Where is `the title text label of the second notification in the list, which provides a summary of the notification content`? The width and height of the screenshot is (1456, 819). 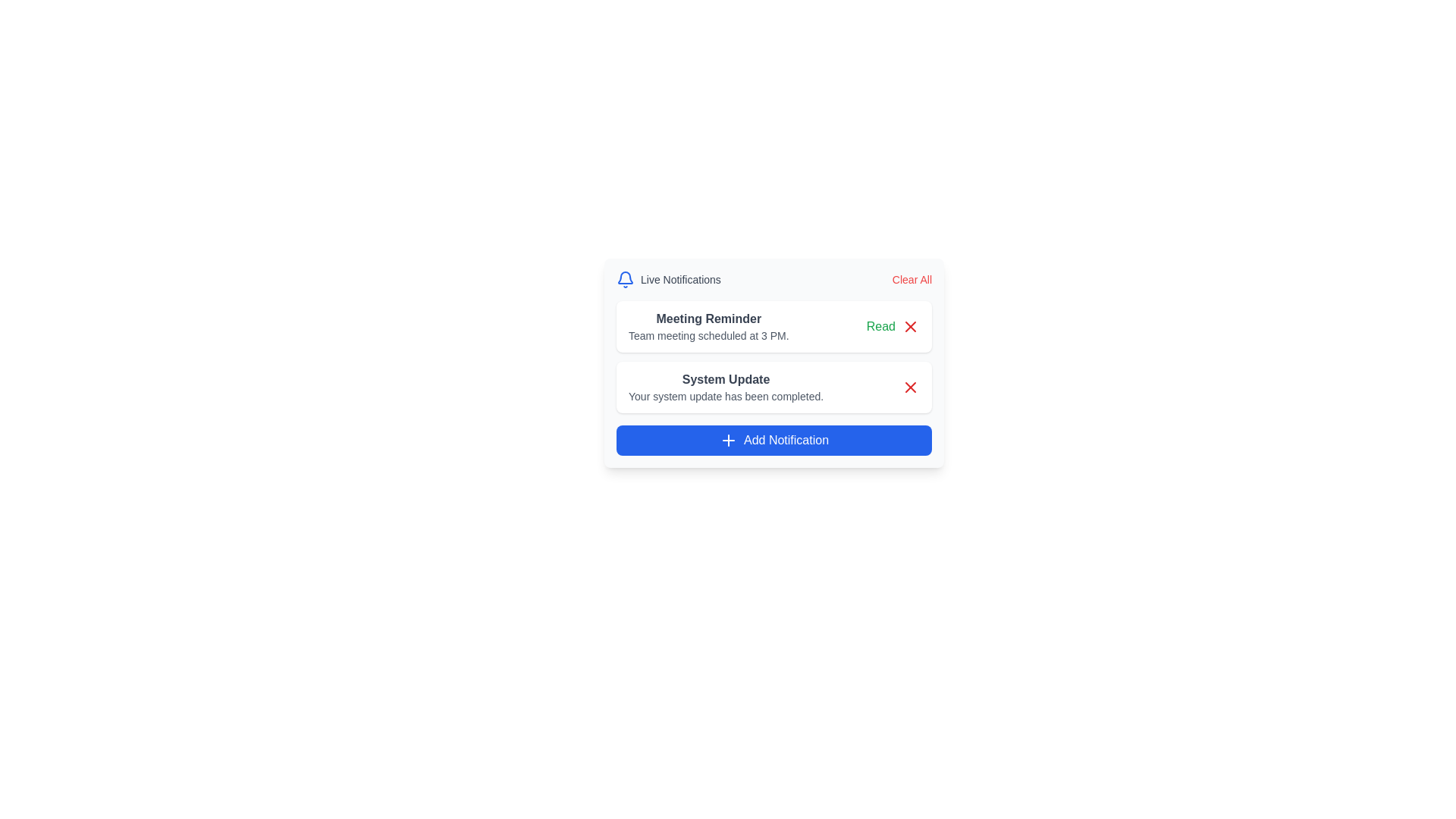
the title text label of the second notification in the list, which provides a summary of the notification content is located at coordinates (725, 379).